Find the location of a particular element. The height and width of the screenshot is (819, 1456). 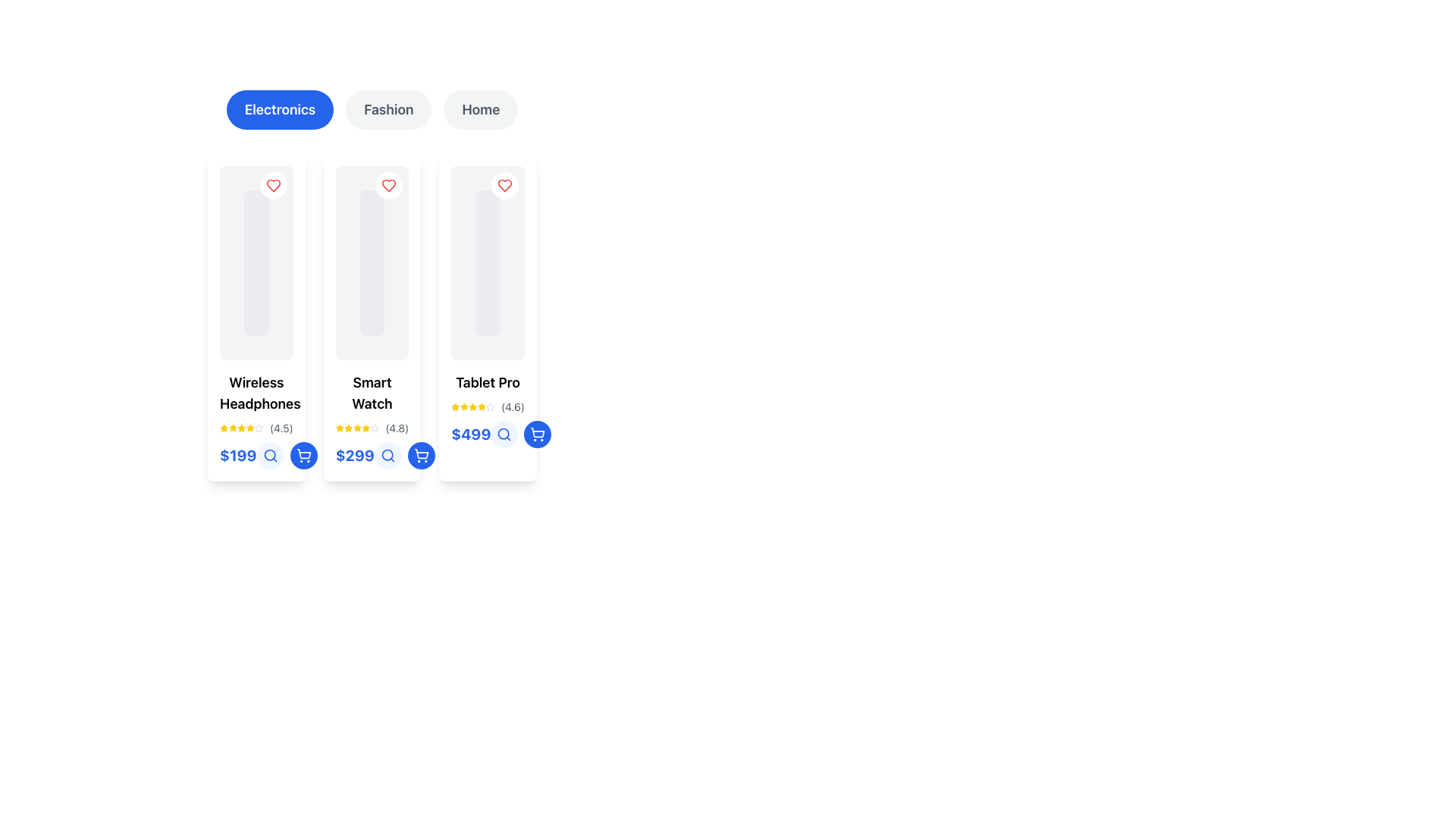

the yellow star icon, which is the second star in the rating system for the 'Wireless Headphones' product card is located at coordinates (232, 428).